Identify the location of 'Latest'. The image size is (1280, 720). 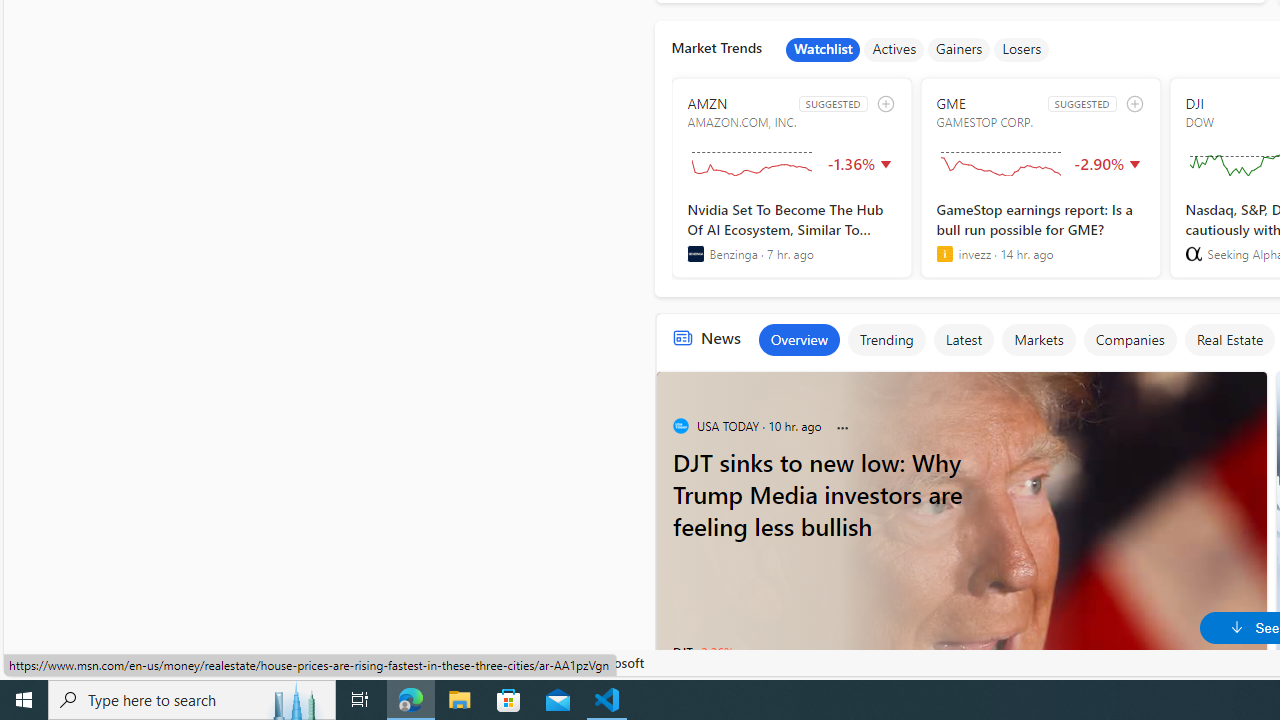
(963, 338).